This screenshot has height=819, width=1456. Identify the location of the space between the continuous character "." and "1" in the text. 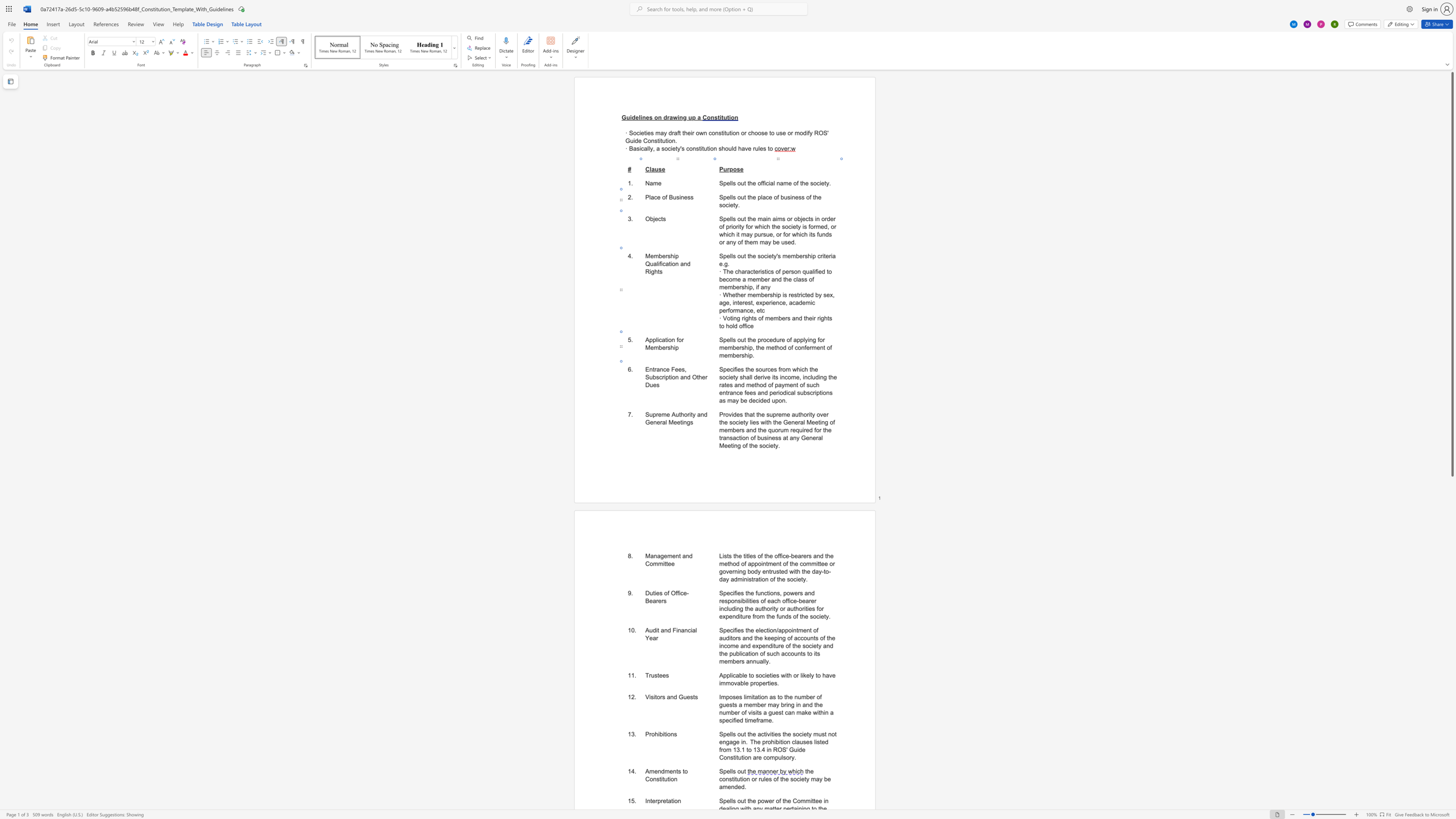
(742, 749).